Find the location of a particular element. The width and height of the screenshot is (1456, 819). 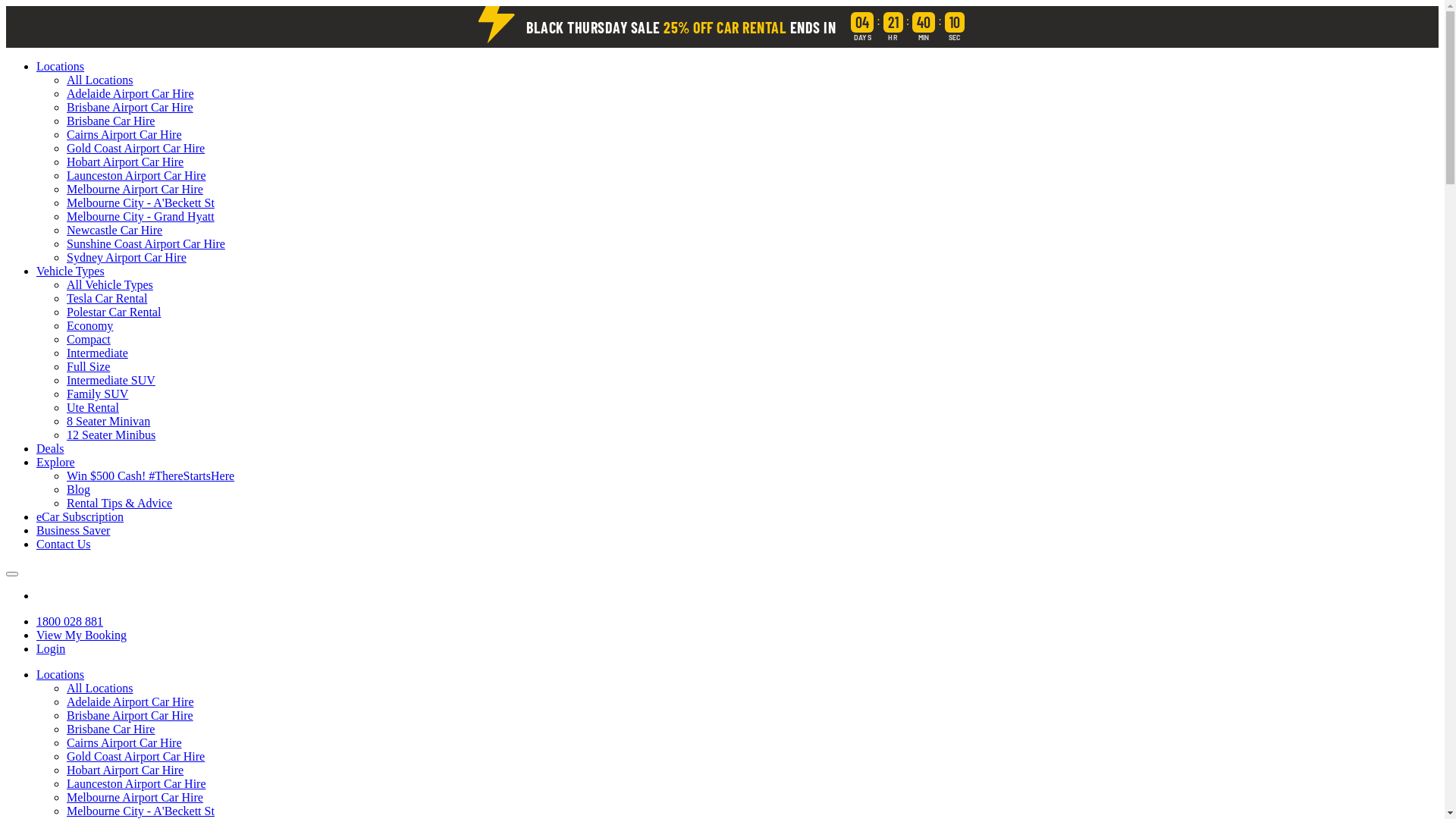

'Ute Rental' is located at coordinates (92, 406).